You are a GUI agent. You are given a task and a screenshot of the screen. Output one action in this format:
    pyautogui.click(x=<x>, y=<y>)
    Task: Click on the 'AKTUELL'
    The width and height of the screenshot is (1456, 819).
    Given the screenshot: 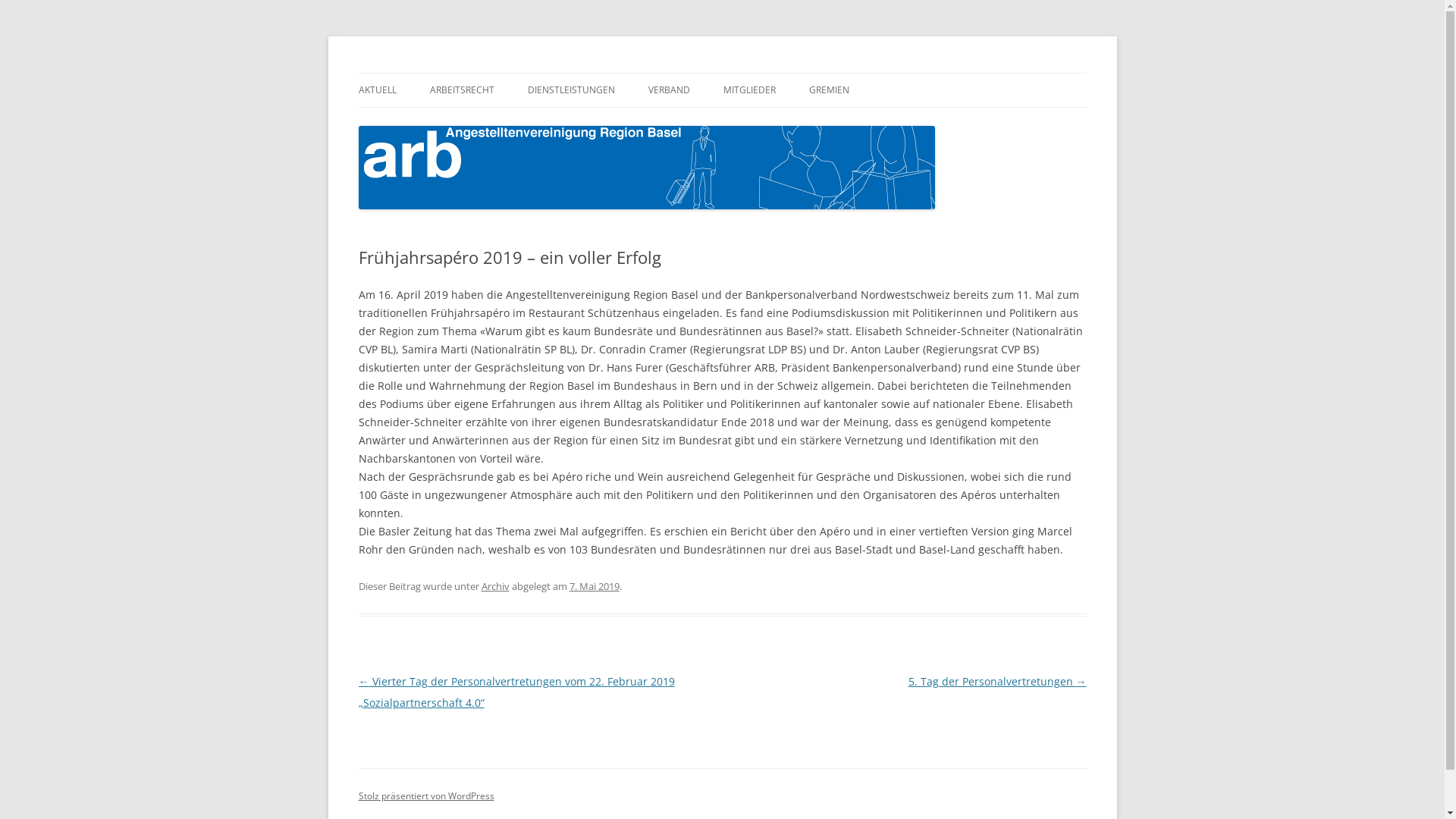 What is the action you would take?
    pyautogui.click(x=377, y=90)
    